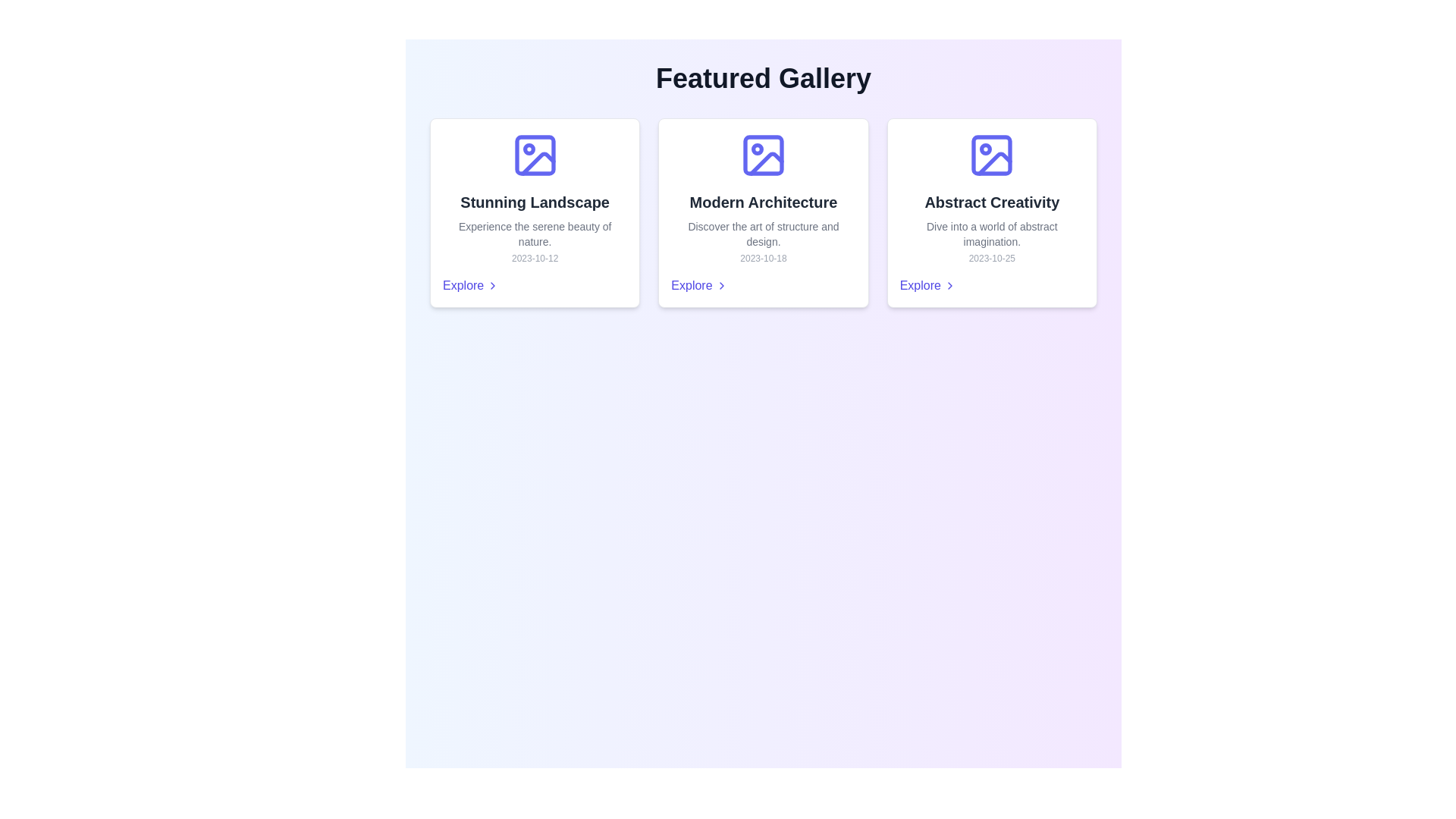 Image resolution: width=1456 pixels, height=819 pixels. Describe the element at coordinates (949, 286) in the screenshot. I see `the interactive icon next to the 'Explore' link in the 'Abstract Creativity' card to trigger any available hover effects` at that location.